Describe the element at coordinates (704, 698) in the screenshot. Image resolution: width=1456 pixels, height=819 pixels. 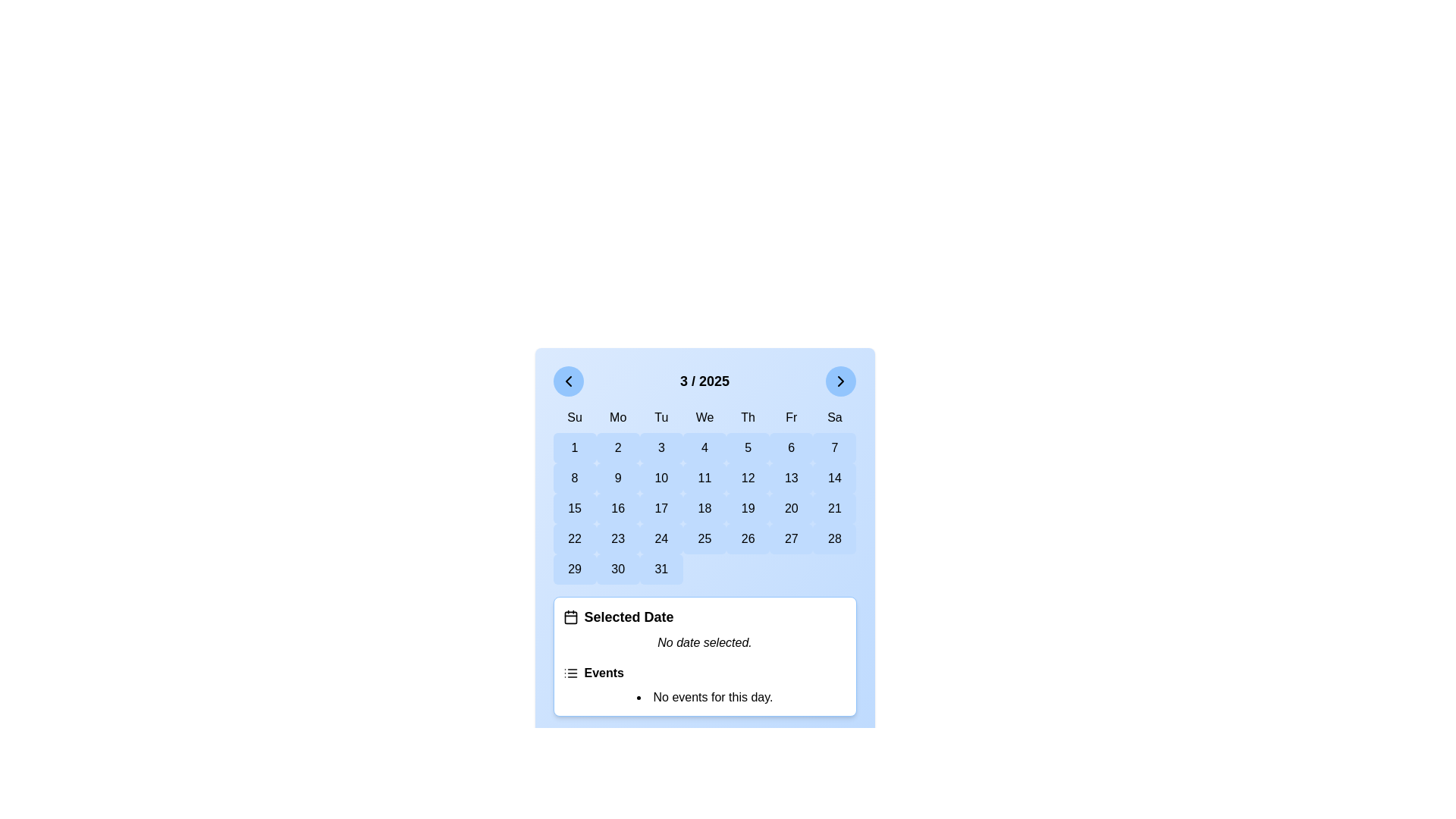
I see `the informational text label indicating no events are scheduled for the selected day, located at the bottom of the 'Events' section` at that location.